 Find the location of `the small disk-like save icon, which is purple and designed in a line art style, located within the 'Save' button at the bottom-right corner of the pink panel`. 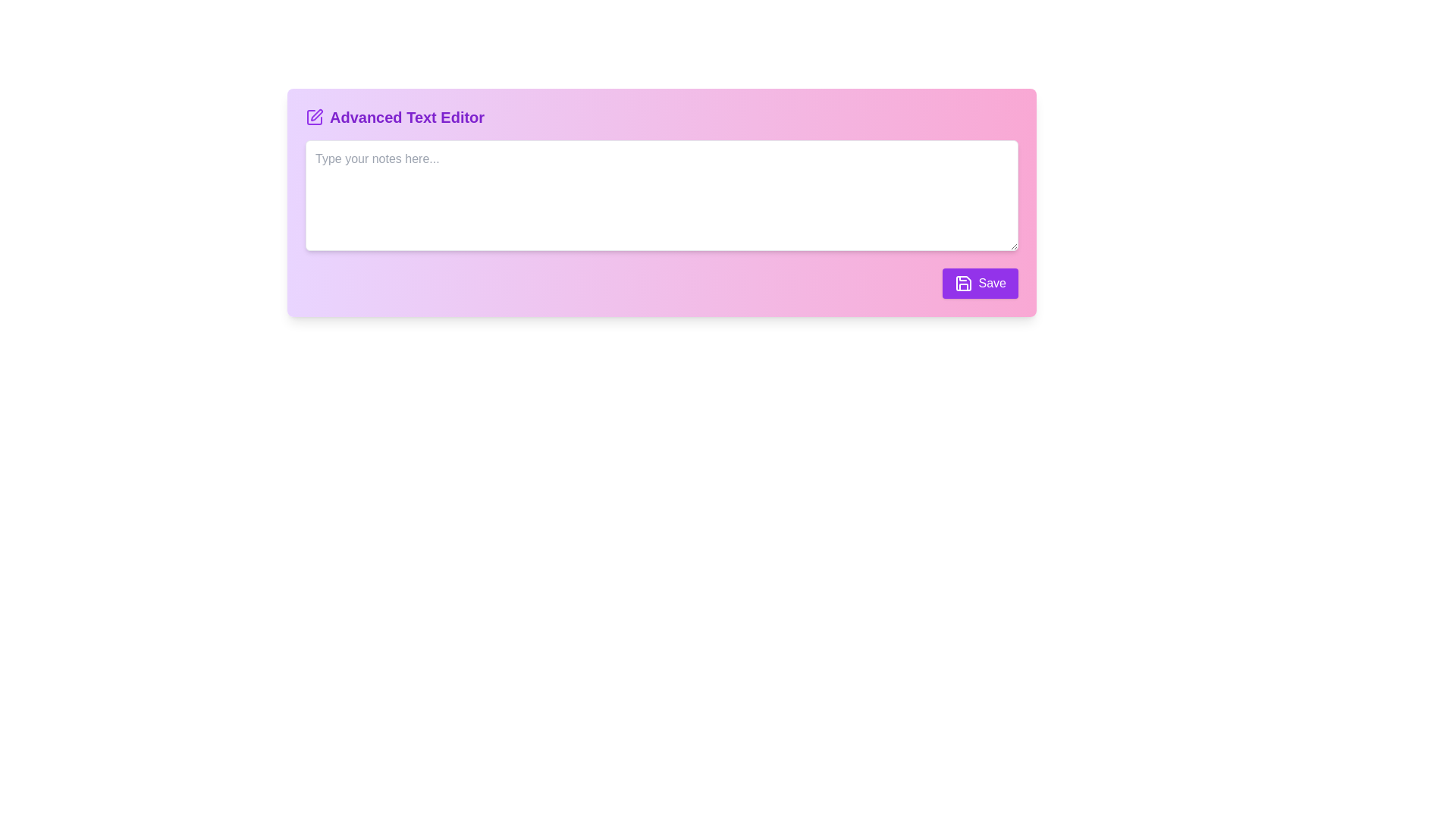

the small disk-like save icon, which is purple and designed in a line art style, located within the 'Save' button at the bottom-right corner of the pink panel is located at coordinates (962, 284).